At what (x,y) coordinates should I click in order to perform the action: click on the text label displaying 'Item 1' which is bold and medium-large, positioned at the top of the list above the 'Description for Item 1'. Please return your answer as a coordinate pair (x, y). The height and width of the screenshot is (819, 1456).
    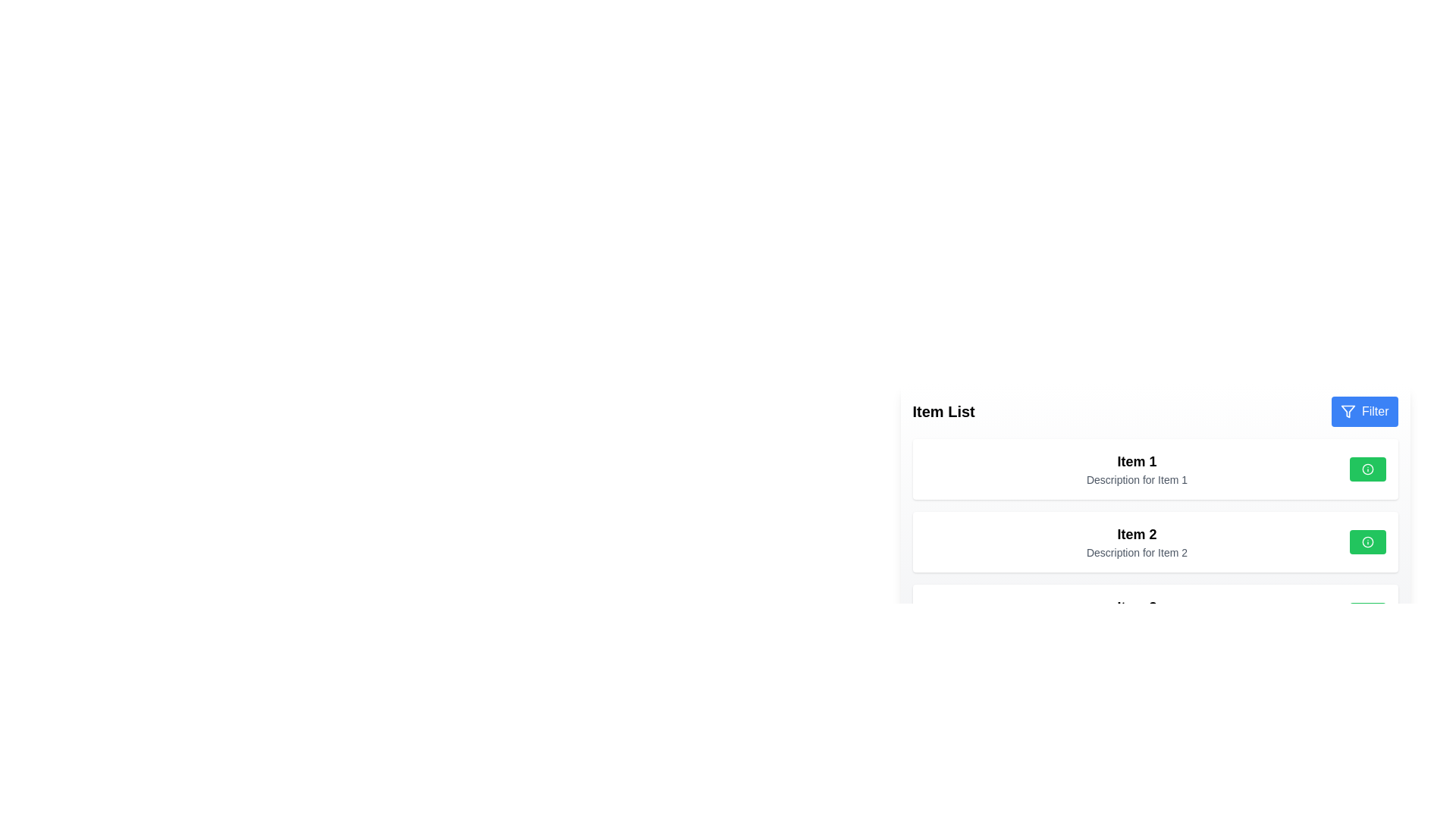
    Looking at the image, I should click on (1137, 461).